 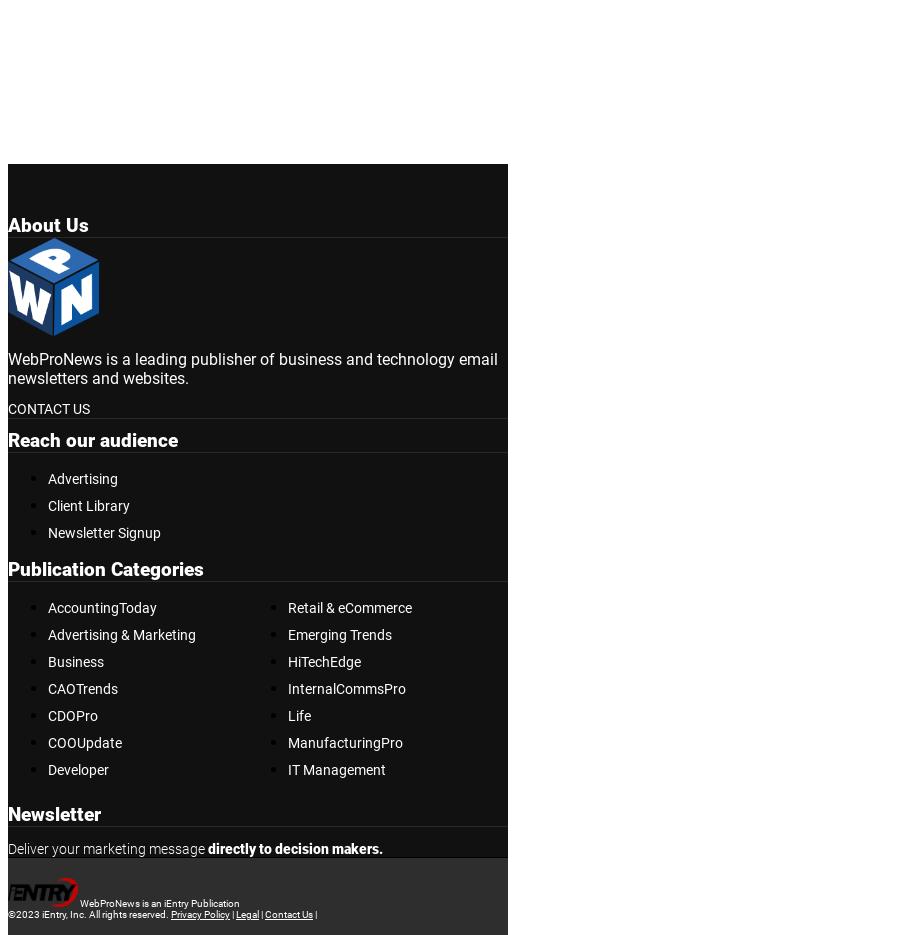 I want to click on 'Life', so click(x=299, y=715).